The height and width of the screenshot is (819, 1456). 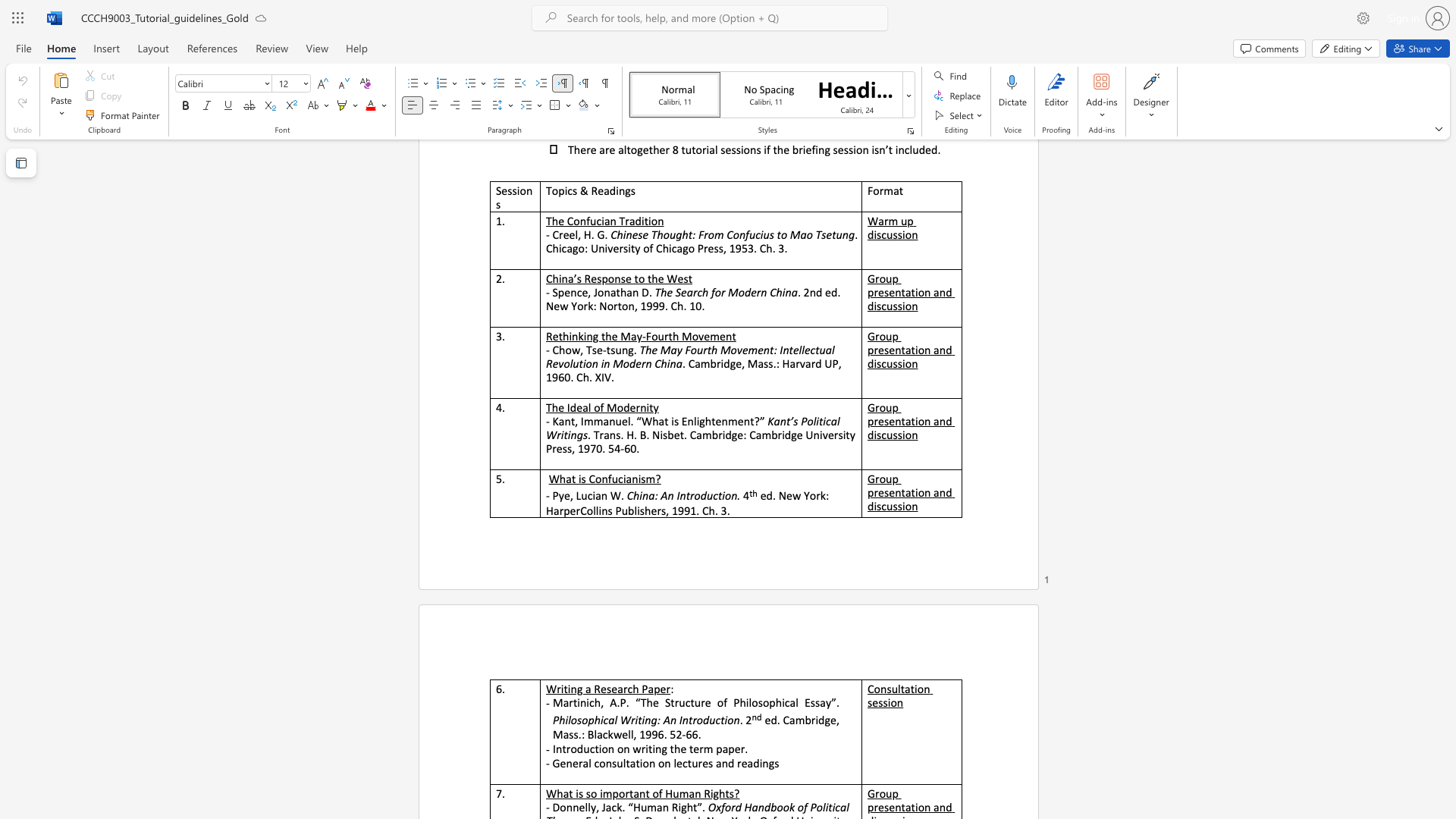 I want to click on the subset text "m pa" within the text "Introduction on writing the term paper.", so click(x=702, y=748).